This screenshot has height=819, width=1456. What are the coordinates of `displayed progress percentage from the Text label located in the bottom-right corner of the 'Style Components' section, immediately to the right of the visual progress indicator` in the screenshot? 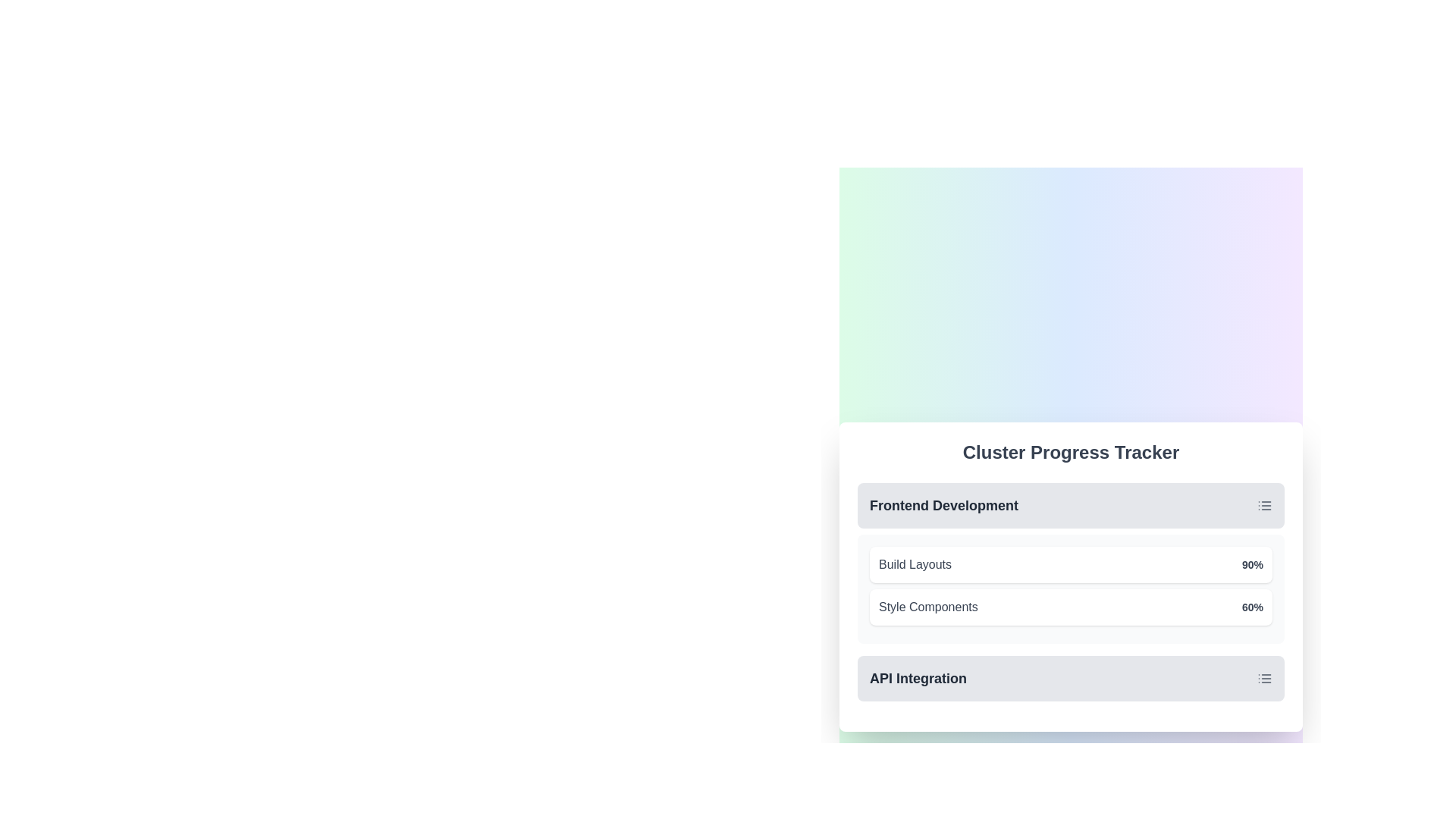 It's located at (1249, 607).